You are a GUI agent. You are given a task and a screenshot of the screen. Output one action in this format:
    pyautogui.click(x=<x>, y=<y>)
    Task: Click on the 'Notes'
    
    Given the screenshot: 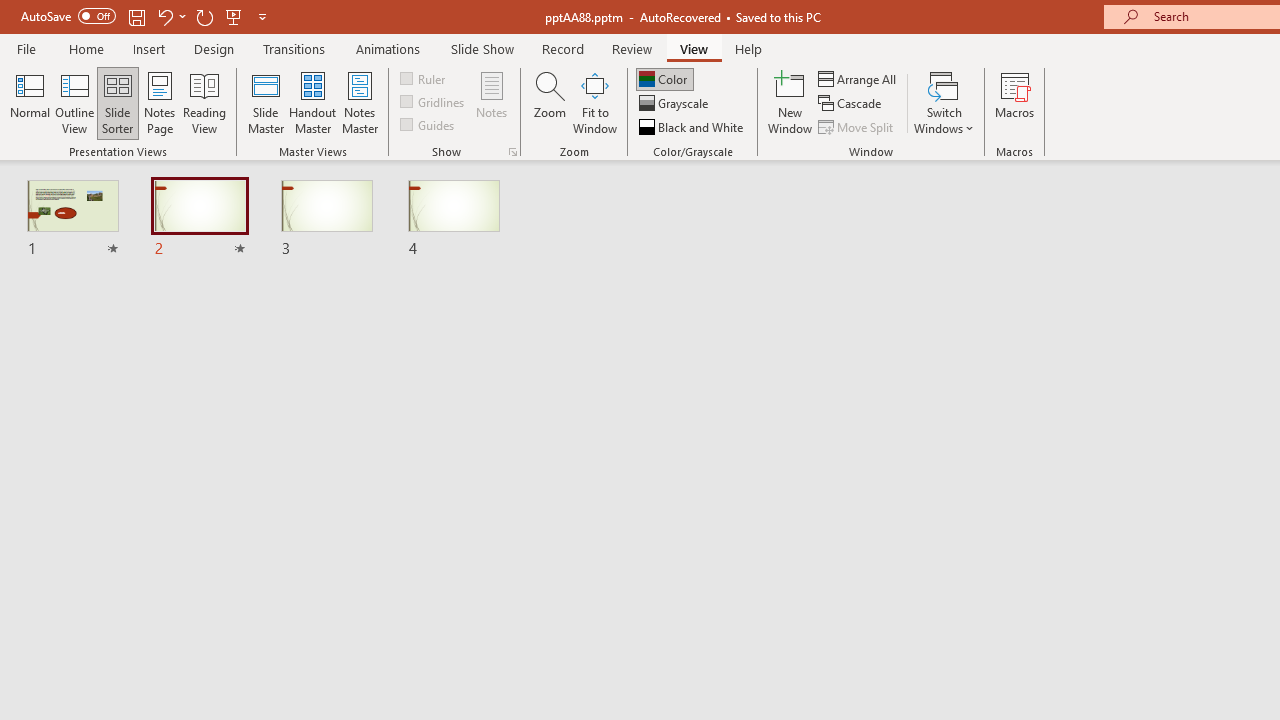 What is the action you would take?
    pyautogui.click(x=492, y=103)
    